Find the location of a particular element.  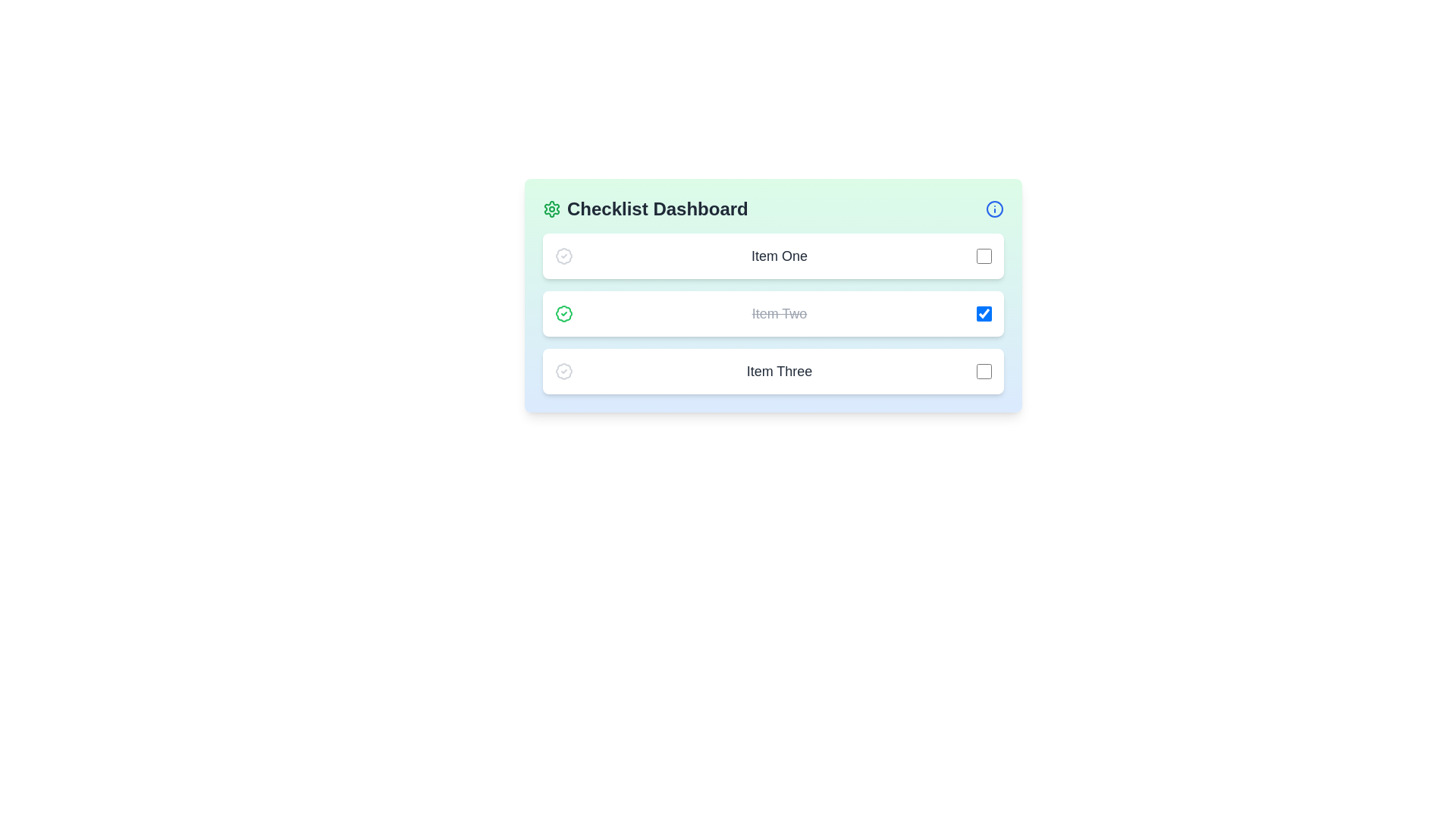

the checkbox located to the right of the text 'Item Two' in the checklist interface is located at coordinates (984, 312).